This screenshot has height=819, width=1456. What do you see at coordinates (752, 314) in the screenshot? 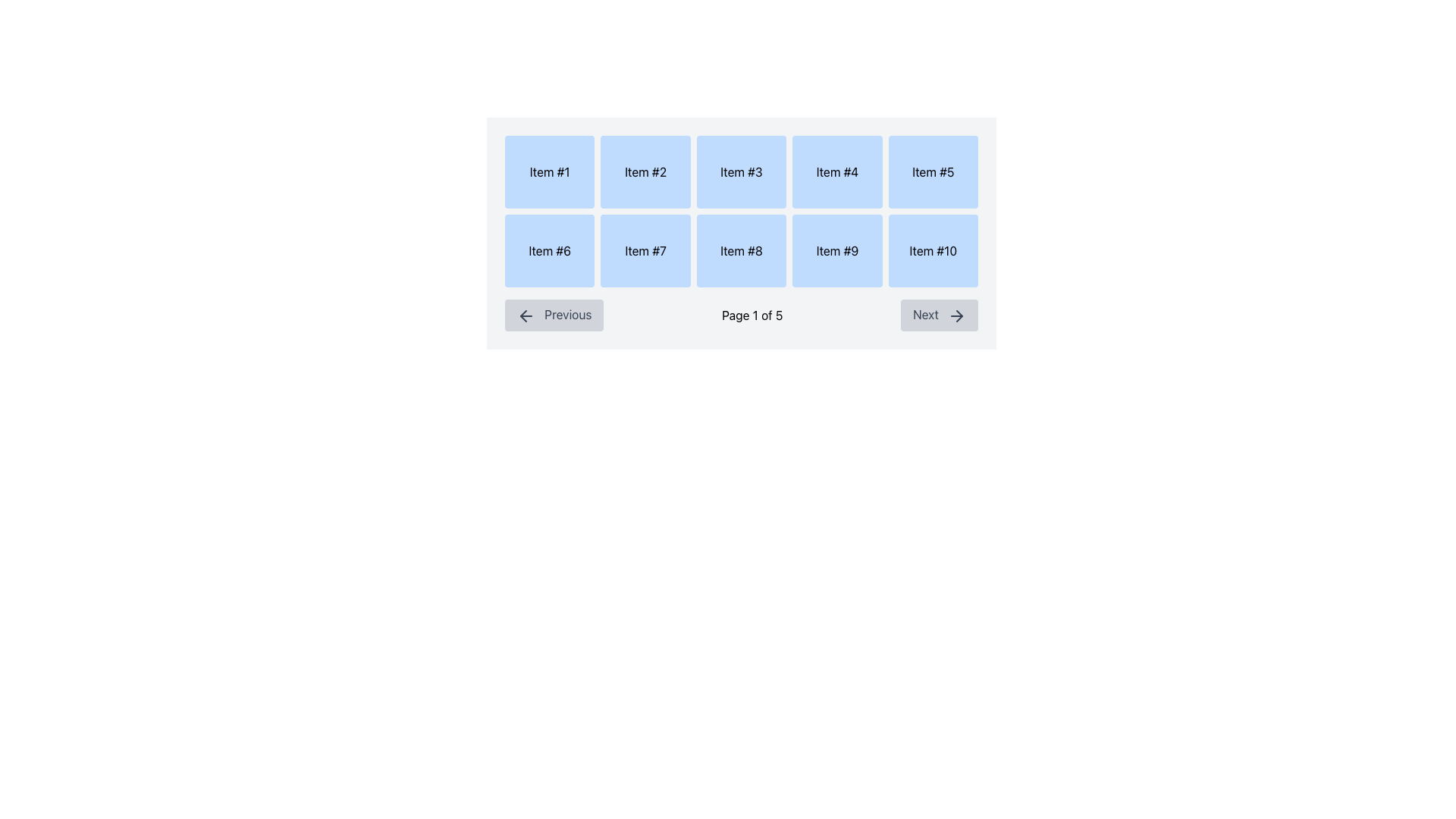
I see `the text label displaying 'Page 1 of 5', which is located at the bottom center of the component between the 'Previous' and 'Next' buttons` at bounding box center [752, 314].